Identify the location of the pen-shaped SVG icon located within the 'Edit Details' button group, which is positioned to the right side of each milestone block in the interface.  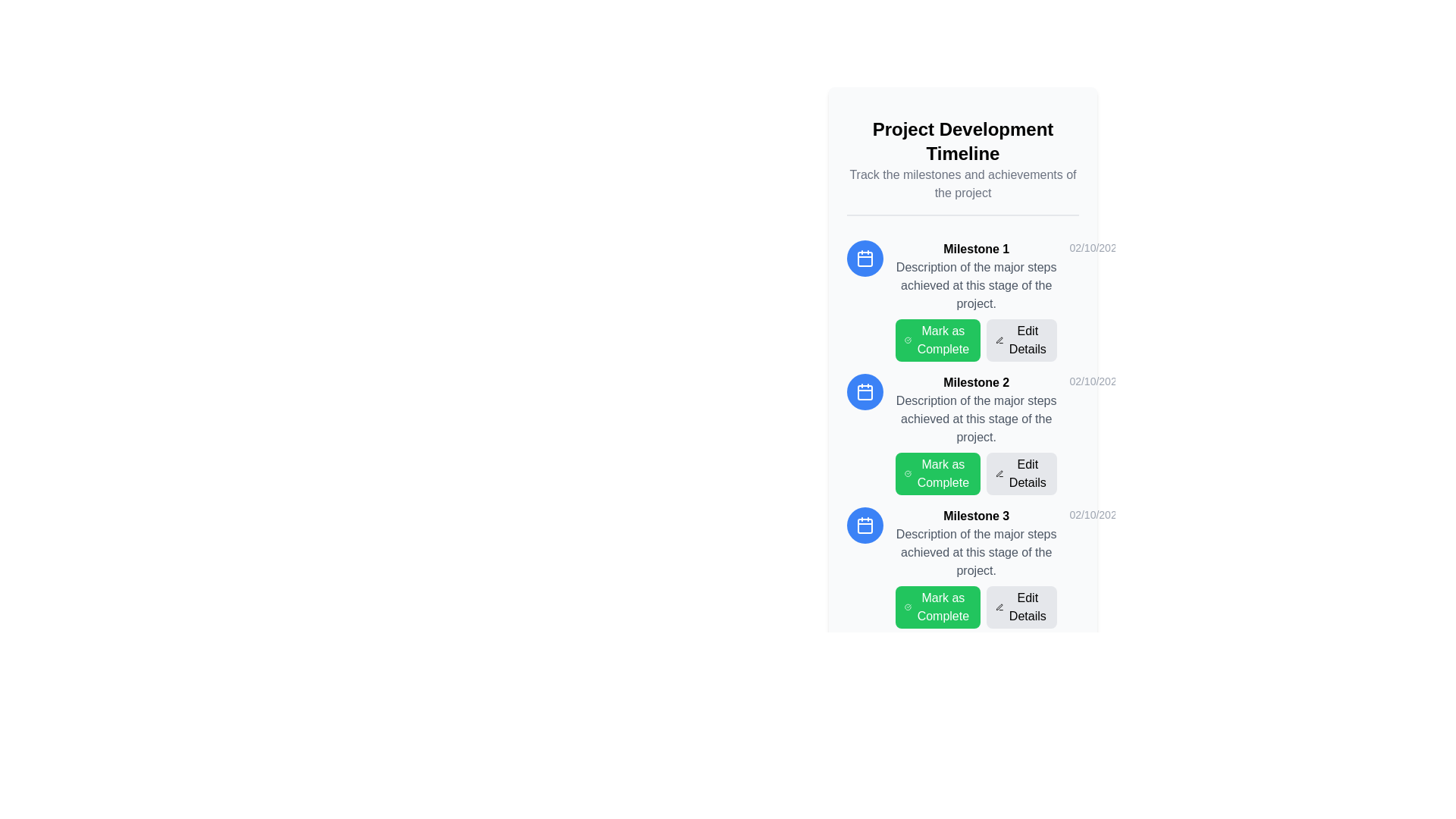
(999, 472).